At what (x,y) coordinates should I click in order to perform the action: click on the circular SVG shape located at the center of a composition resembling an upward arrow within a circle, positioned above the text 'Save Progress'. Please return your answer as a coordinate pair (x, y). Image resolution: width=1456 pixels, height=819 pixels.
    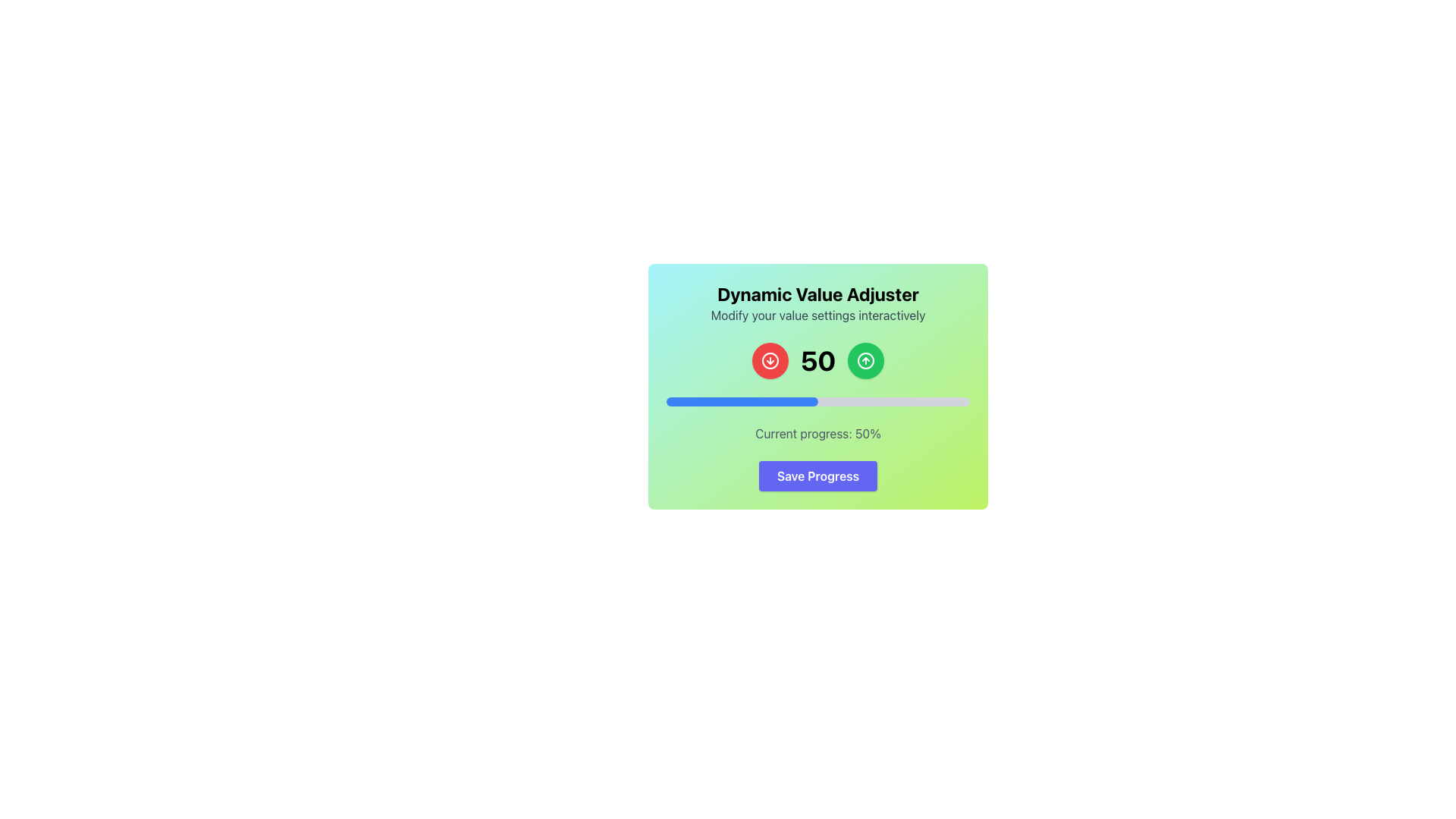
    Looking at the image, I should click on (866, 360).